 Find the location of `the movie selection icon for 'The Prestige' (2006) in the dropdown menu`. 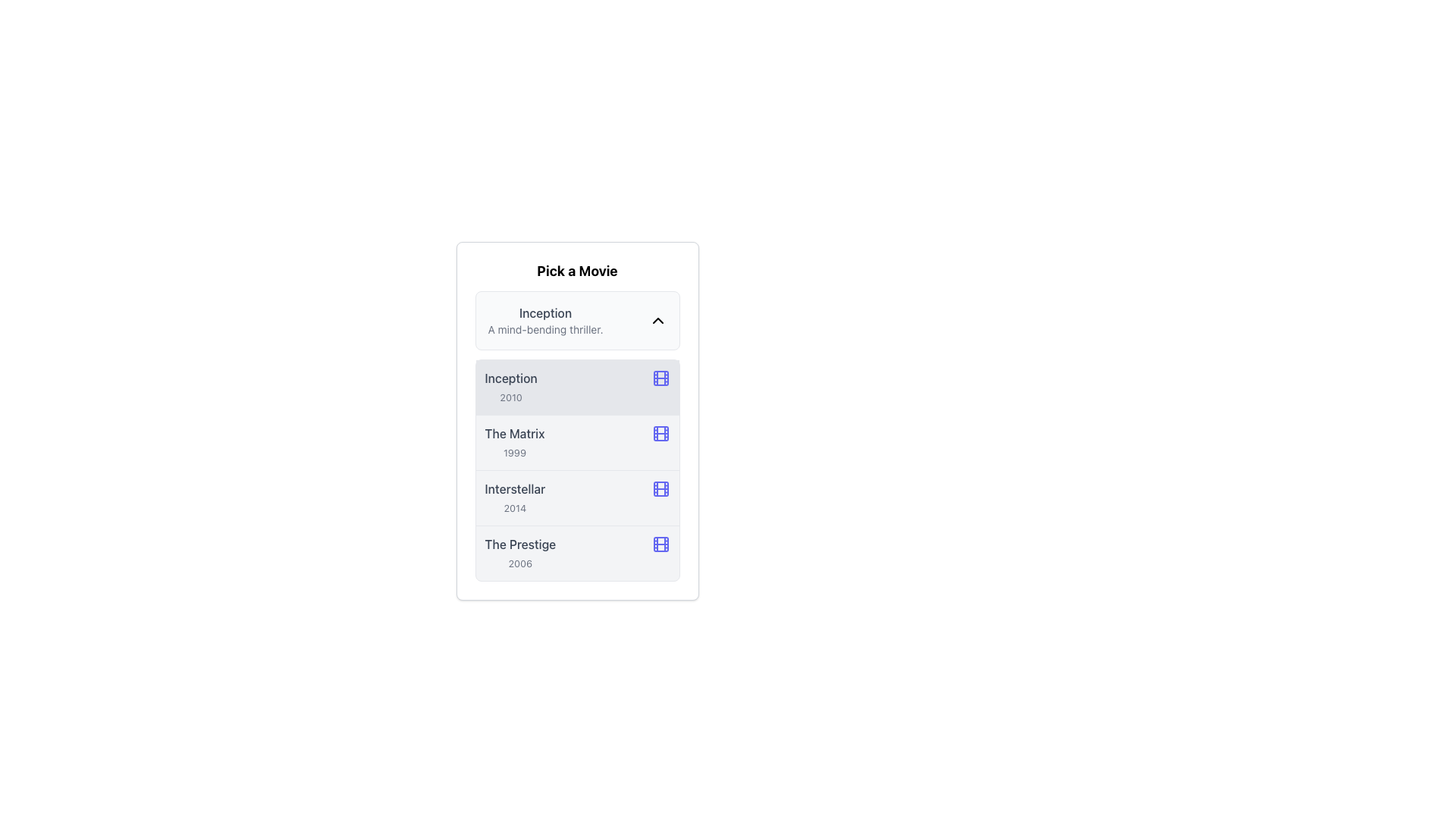

the movie selection icon for 'The Prestige' (2006) in the dropdown menu is located at coordinates (661, 543).